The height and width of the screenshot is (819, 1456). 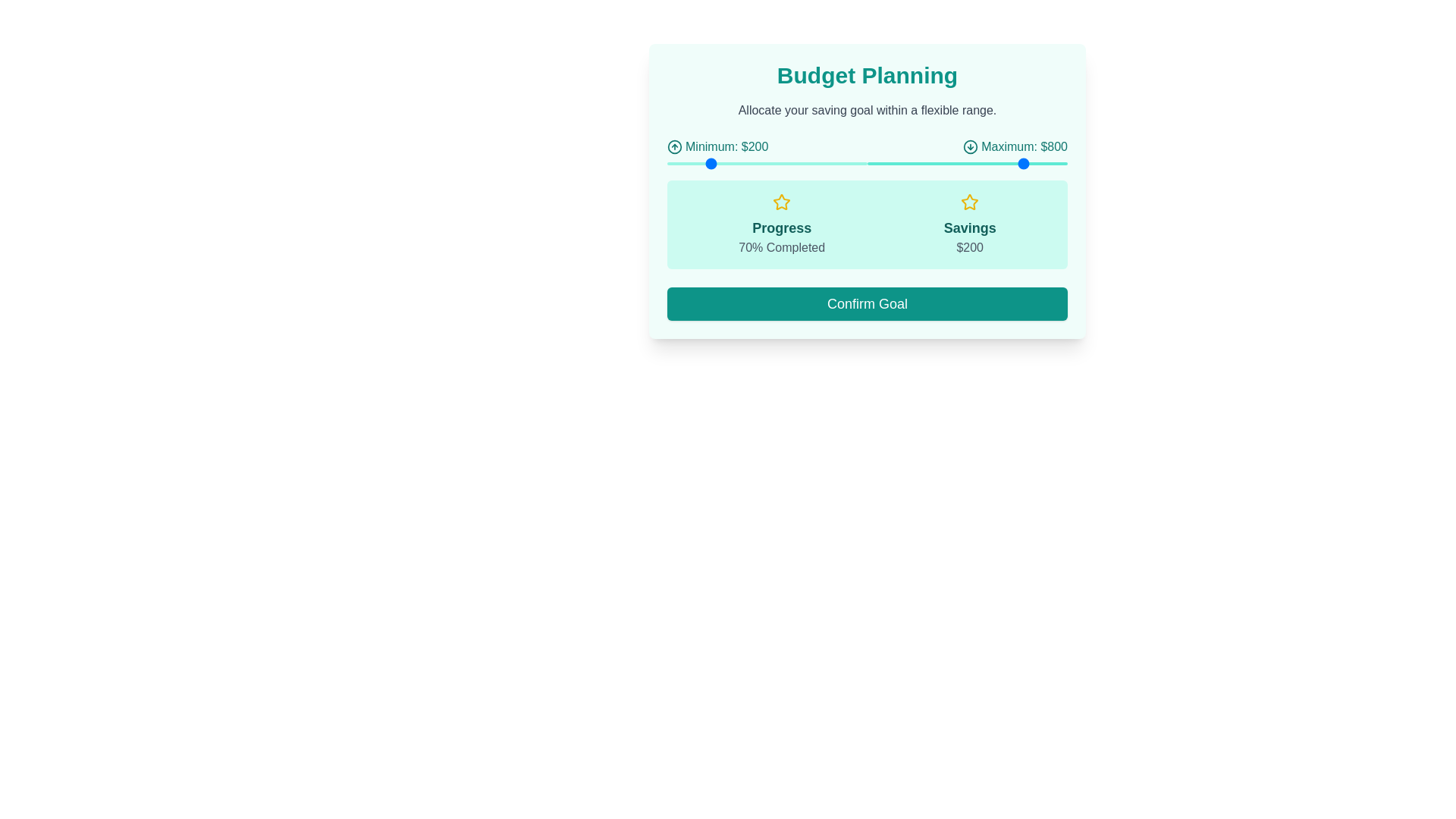 I want to click on the 'Maximum: $800' label with a green downward arrow, which is the second label in the group indicating the bounds of a range, so click(x=1015, y=146).